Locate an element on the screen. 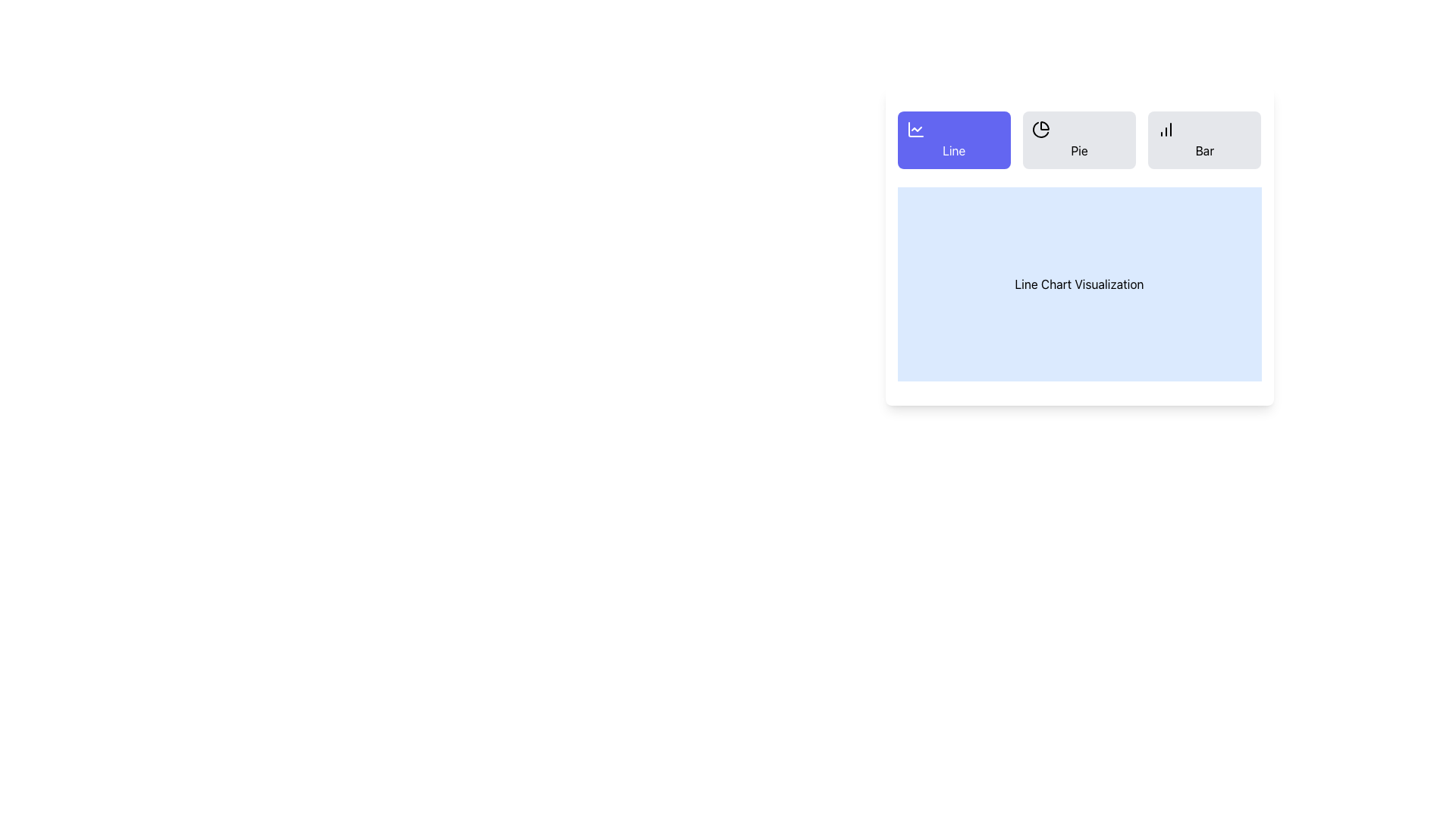 The image size is (1456, 819). the 'Bar' chart type icon located at the far right of the chart type buttons in the header section is located at coordinates (1166, 128).